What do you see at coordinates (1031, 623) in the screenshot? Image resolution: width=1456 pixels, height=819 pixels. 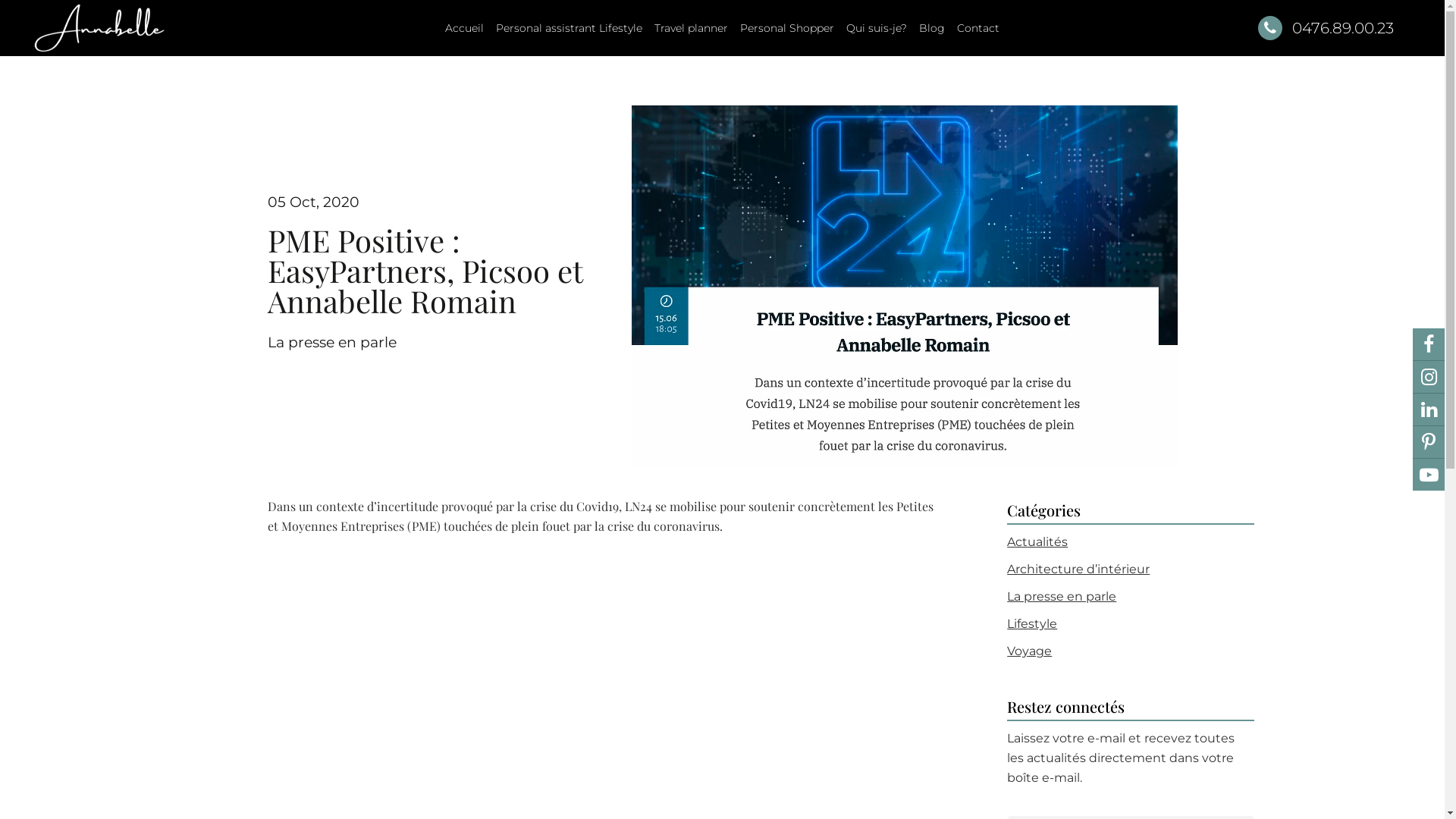 I see `'Lifestyle'` at bounding box center [1031, 623].